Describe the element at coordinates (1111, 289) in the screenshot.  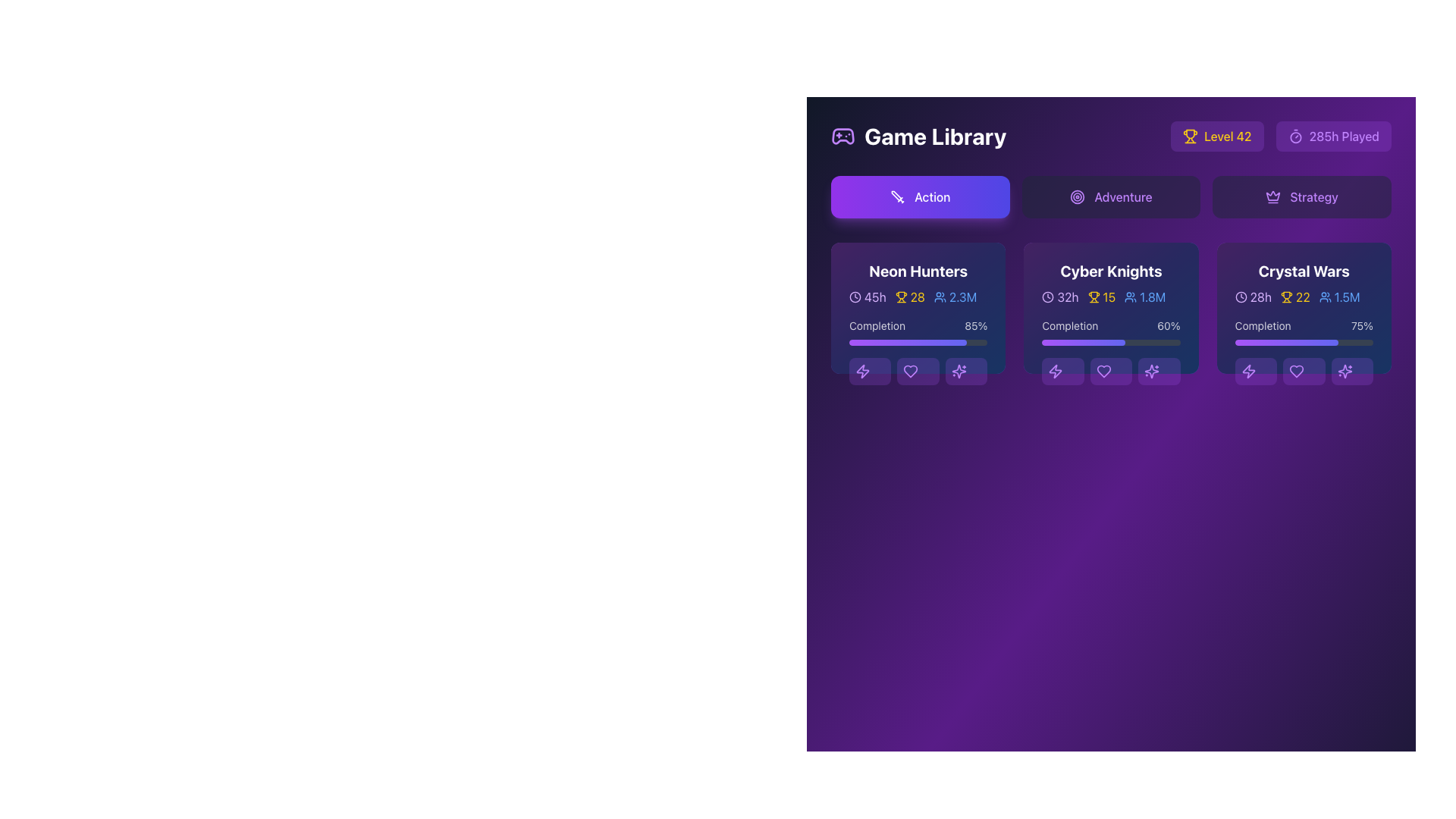
I see `the 'Cyber Knights' Text and Icon Display which shows game statistics including '32h', a yellow trophy icon, and '1.8M' on a dark background, located in the second column of the Action game category section` at that location.